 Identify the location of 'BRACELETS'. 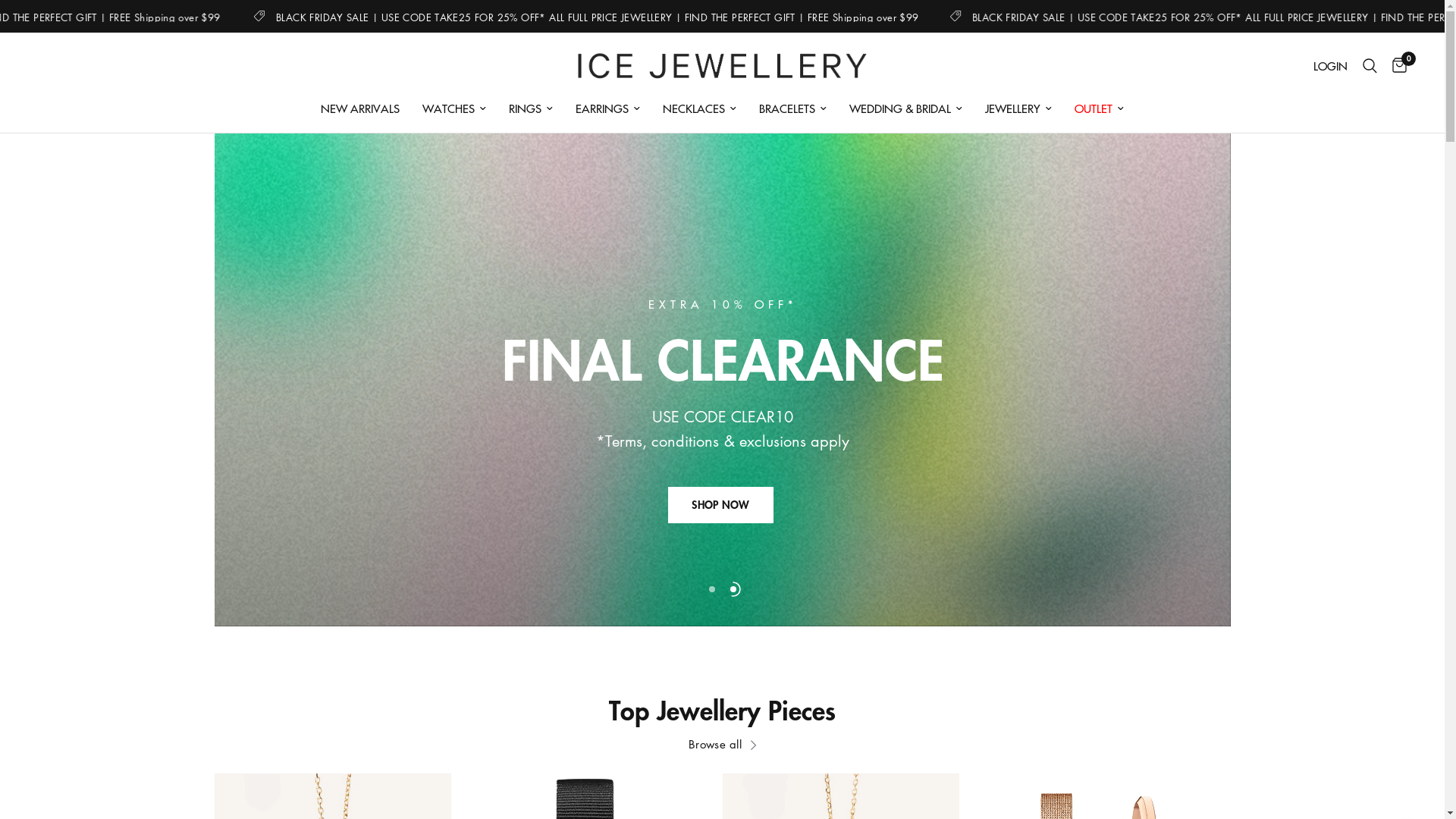
(792, 107).